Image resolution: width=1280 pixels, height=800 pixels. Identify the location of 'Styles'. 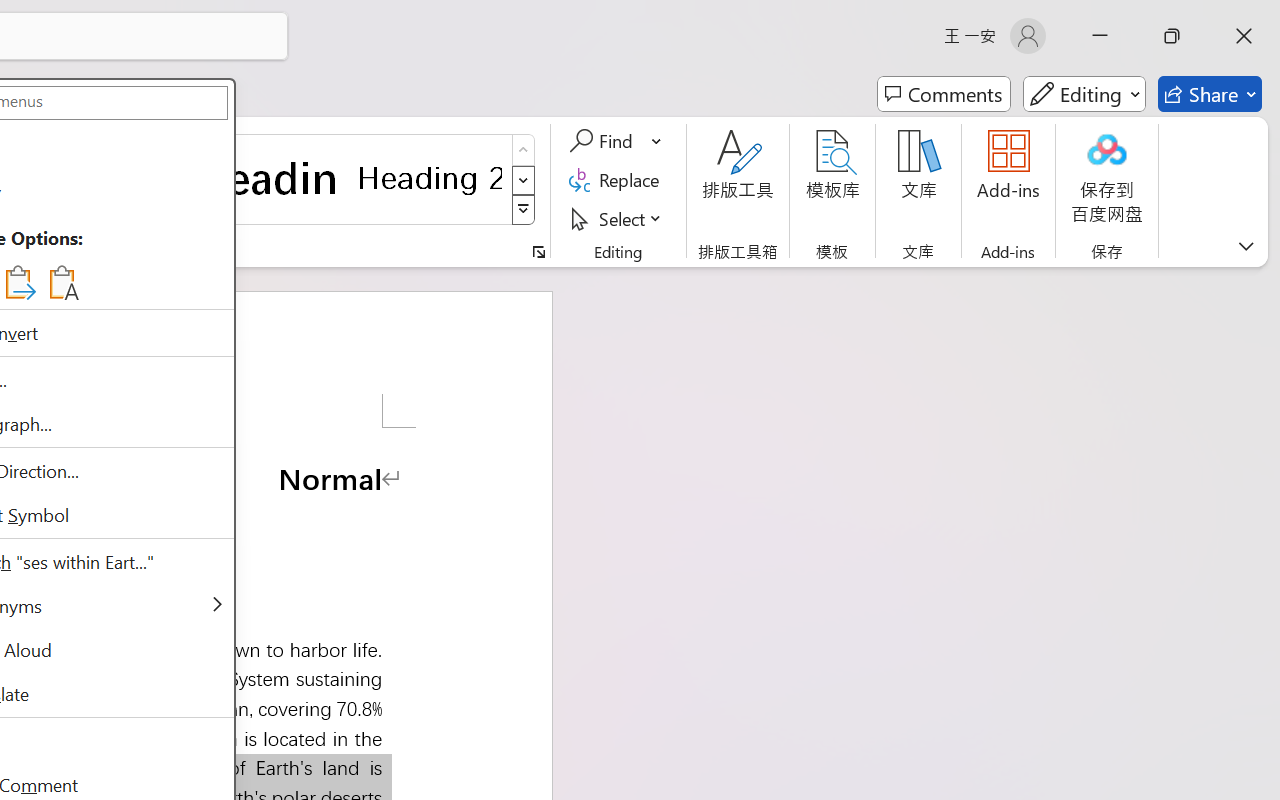
(523, 210).